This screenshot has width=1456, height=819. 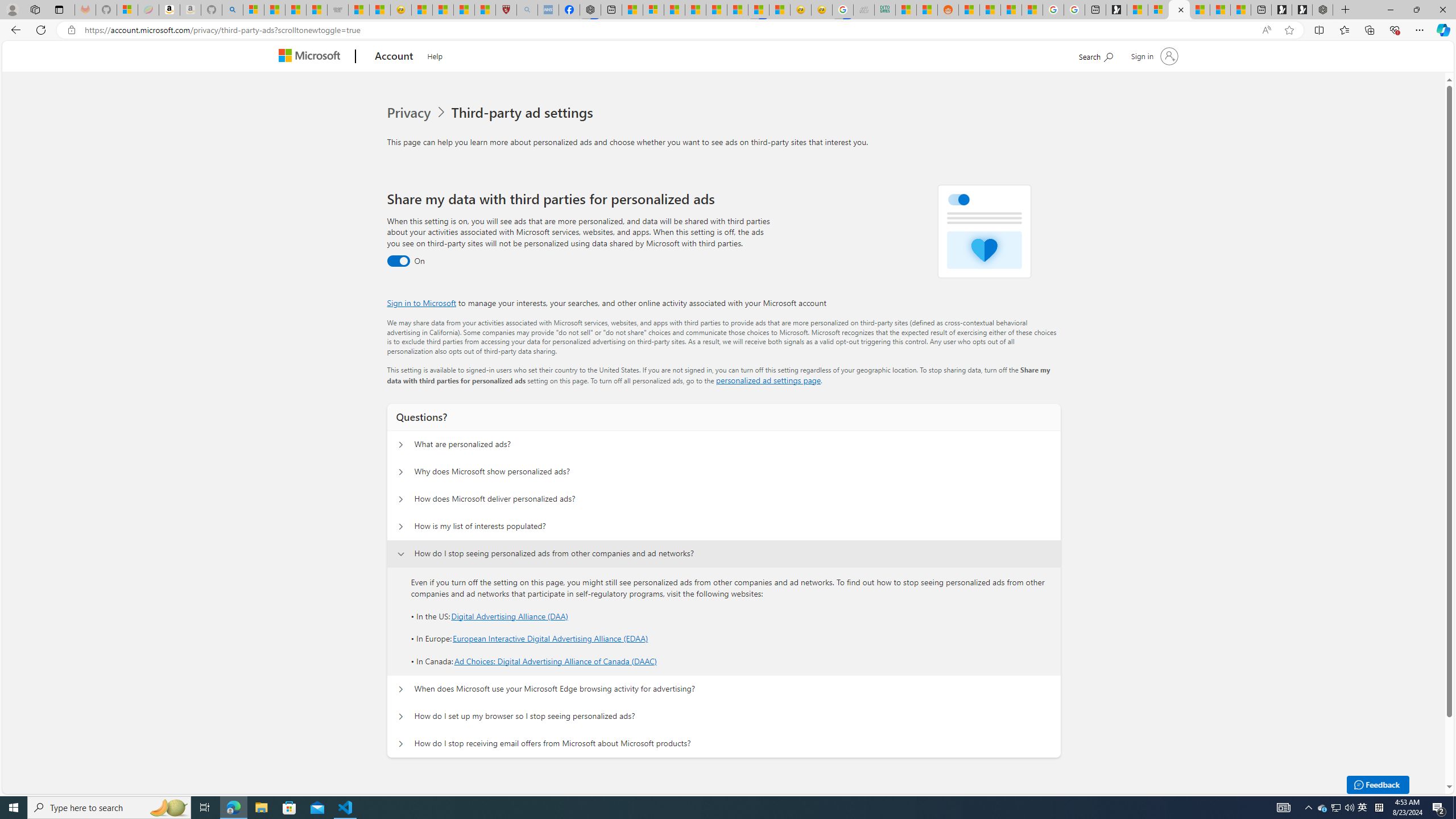 What do you see at coordinates (485, 9) in the screenshot?
I see `'12 Popular Science Lies that Must be Corrected'` at bounding box center [485, 9].